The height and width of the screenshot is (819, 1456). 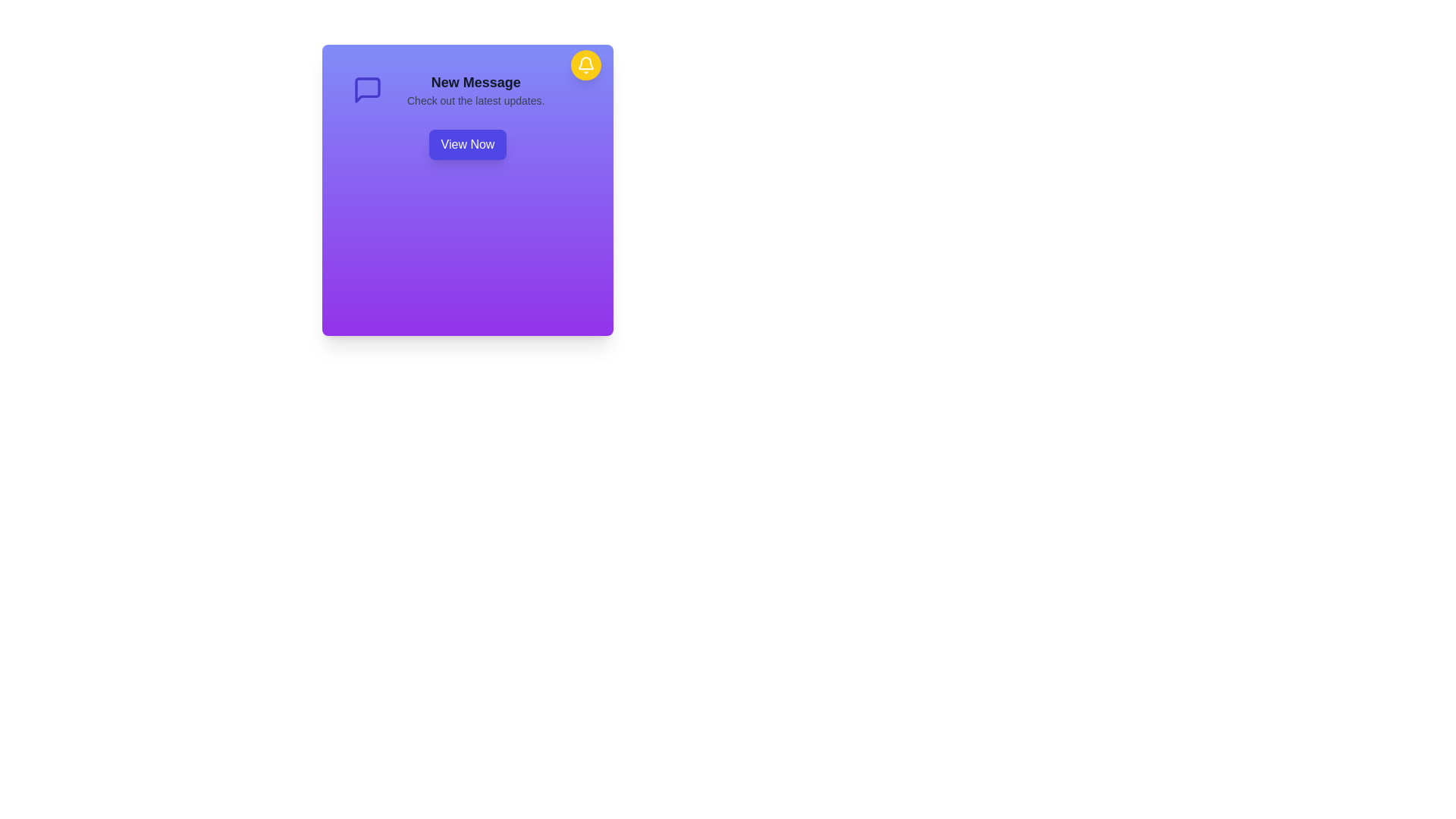 I want to click on the text block that provides notifications about new messages, located centrally within the blue-purple gradient card, so click(x=475, y=90).